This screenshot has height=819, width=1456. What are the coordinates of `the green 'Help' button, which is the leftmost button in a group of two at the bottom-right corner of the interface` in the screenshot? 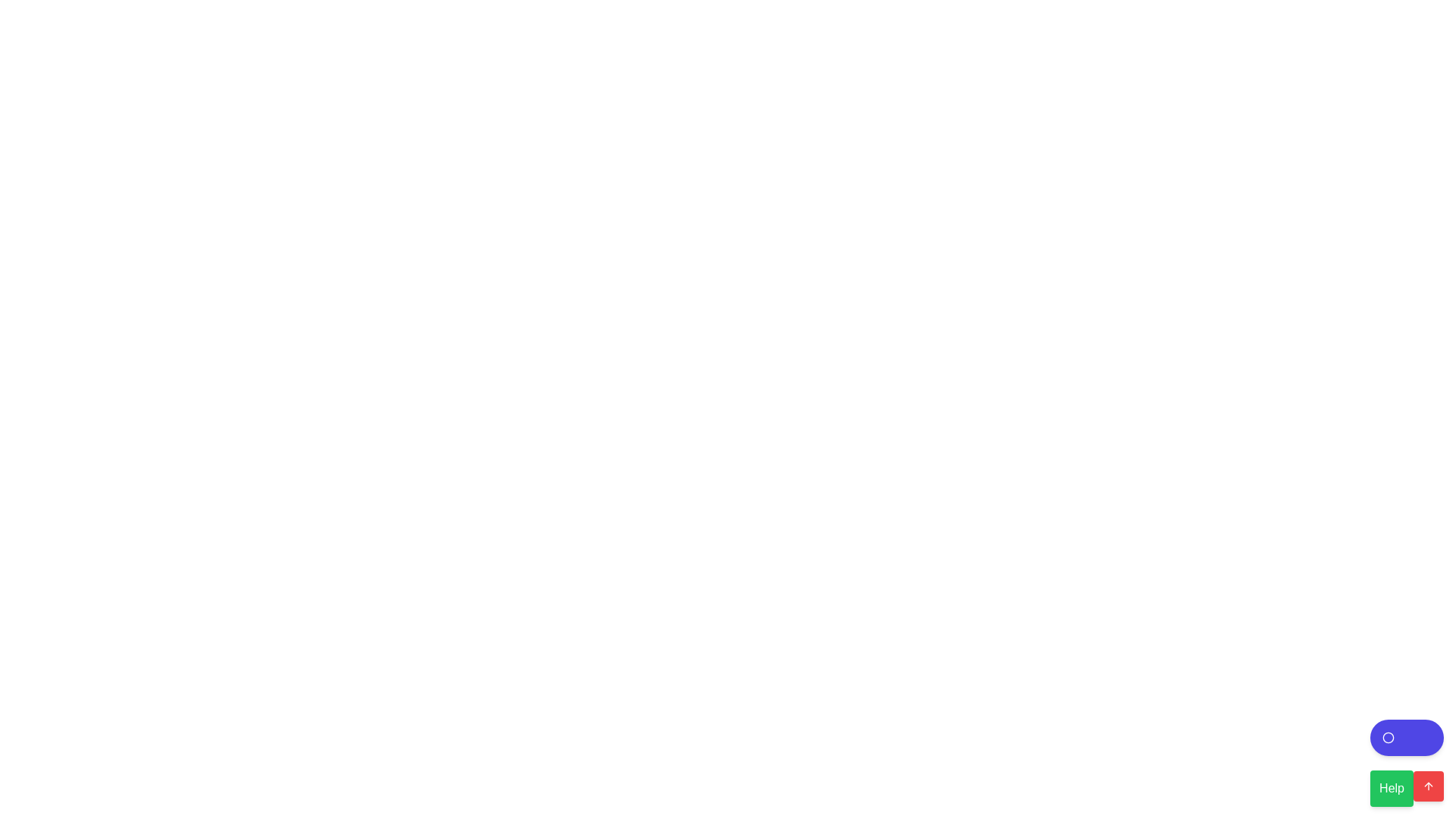 It's located at (1406, 785).